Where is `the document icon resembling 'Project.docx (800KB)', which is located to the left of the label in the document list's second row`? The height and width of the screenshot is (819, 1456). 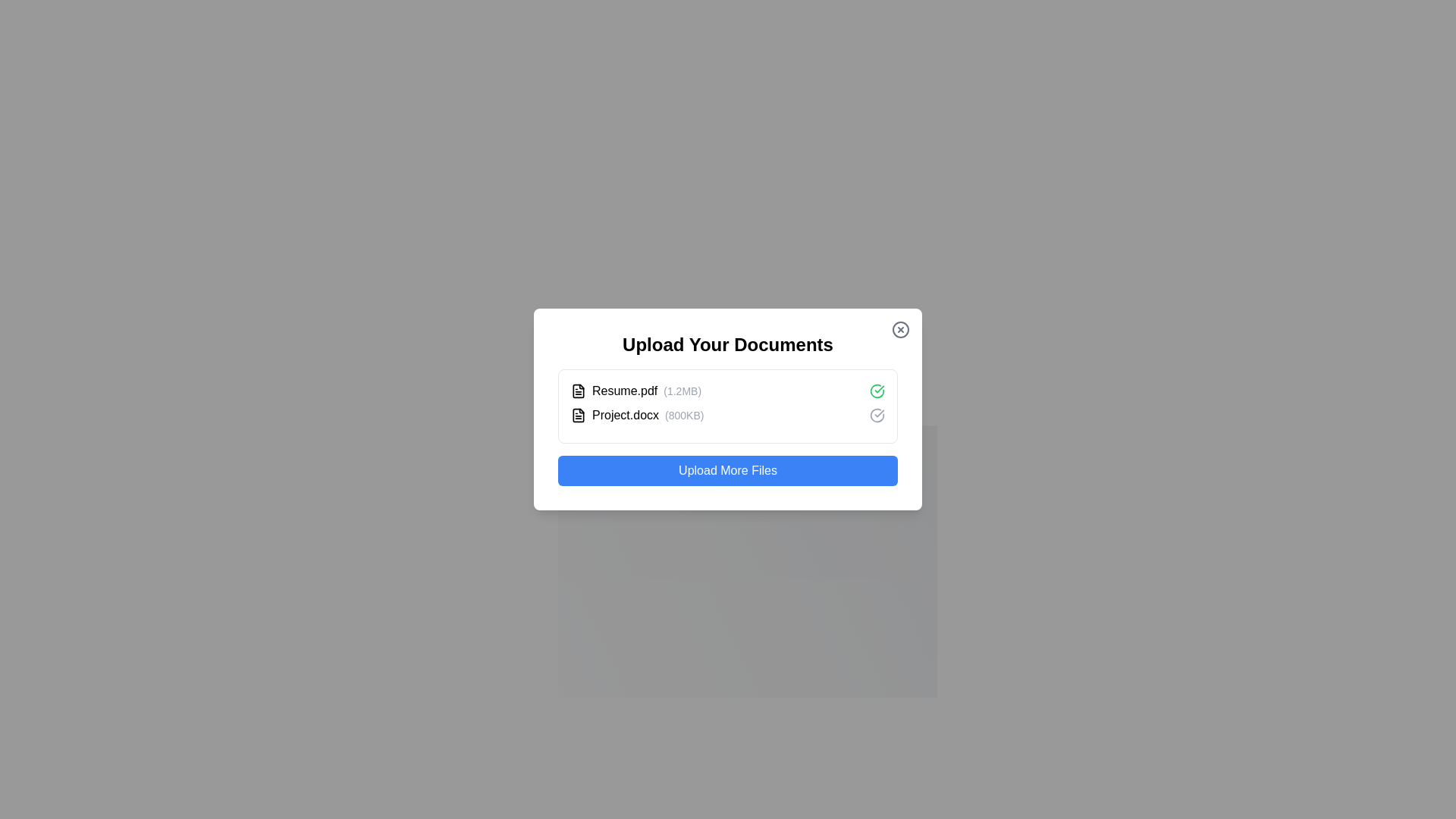
the document icon resembling 'Project.docx (800KB)', which is located to the left of the label in the document list's second row is located at coordinates (578, 415).